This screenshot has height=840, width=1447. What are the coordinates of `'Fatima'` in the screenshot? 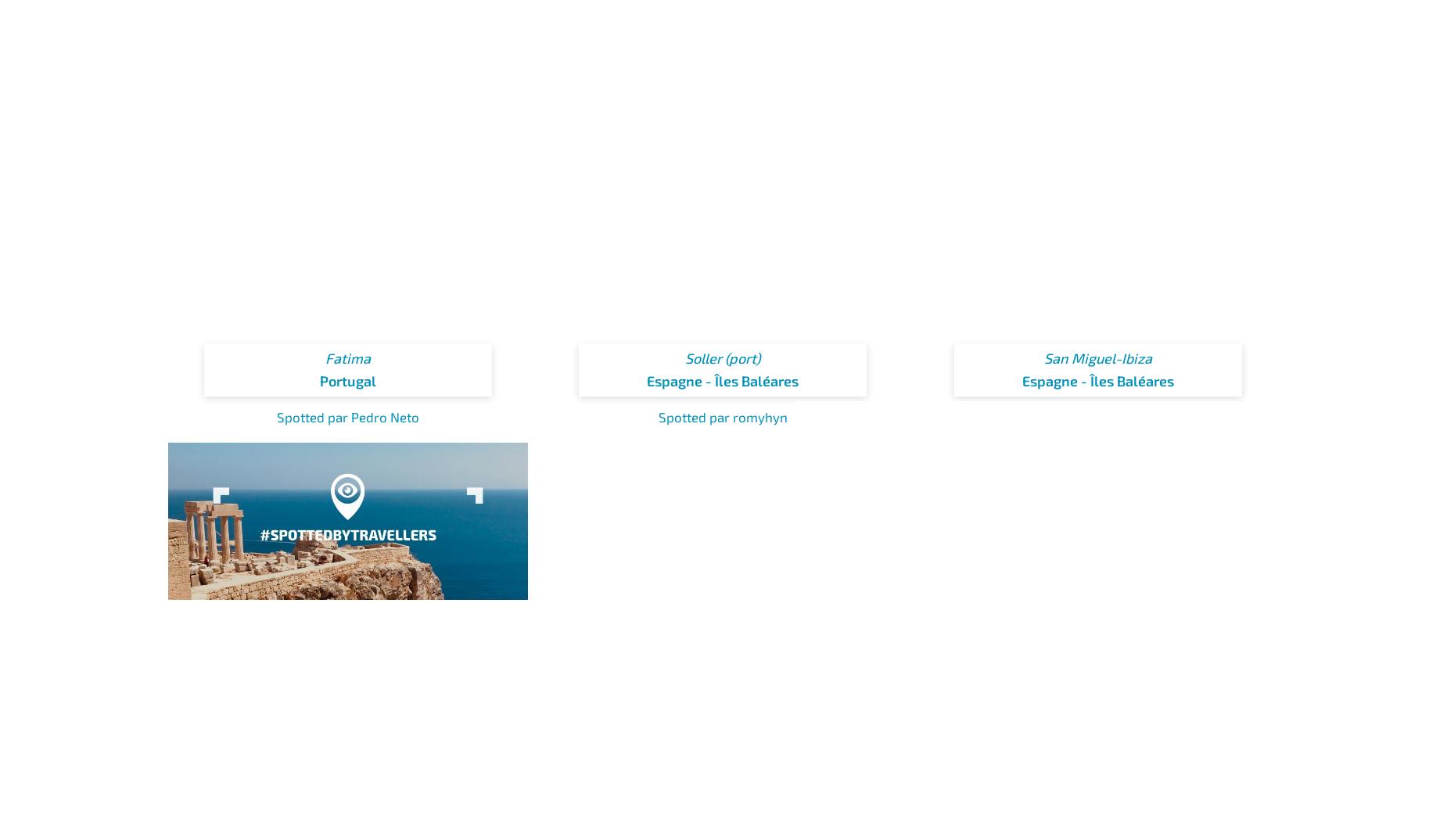 It's located at (323, 357).